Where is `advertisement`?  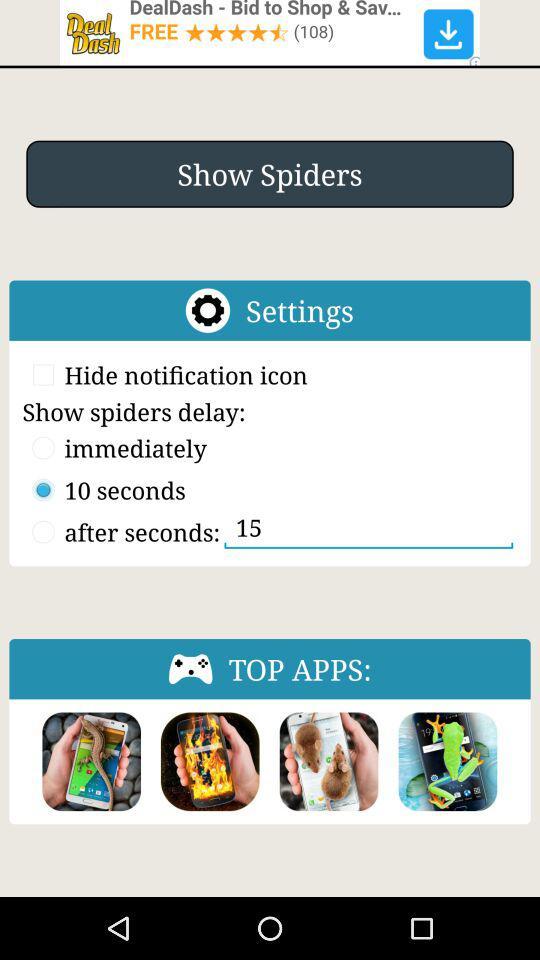 advertisement is located at coordinates (270, 31).